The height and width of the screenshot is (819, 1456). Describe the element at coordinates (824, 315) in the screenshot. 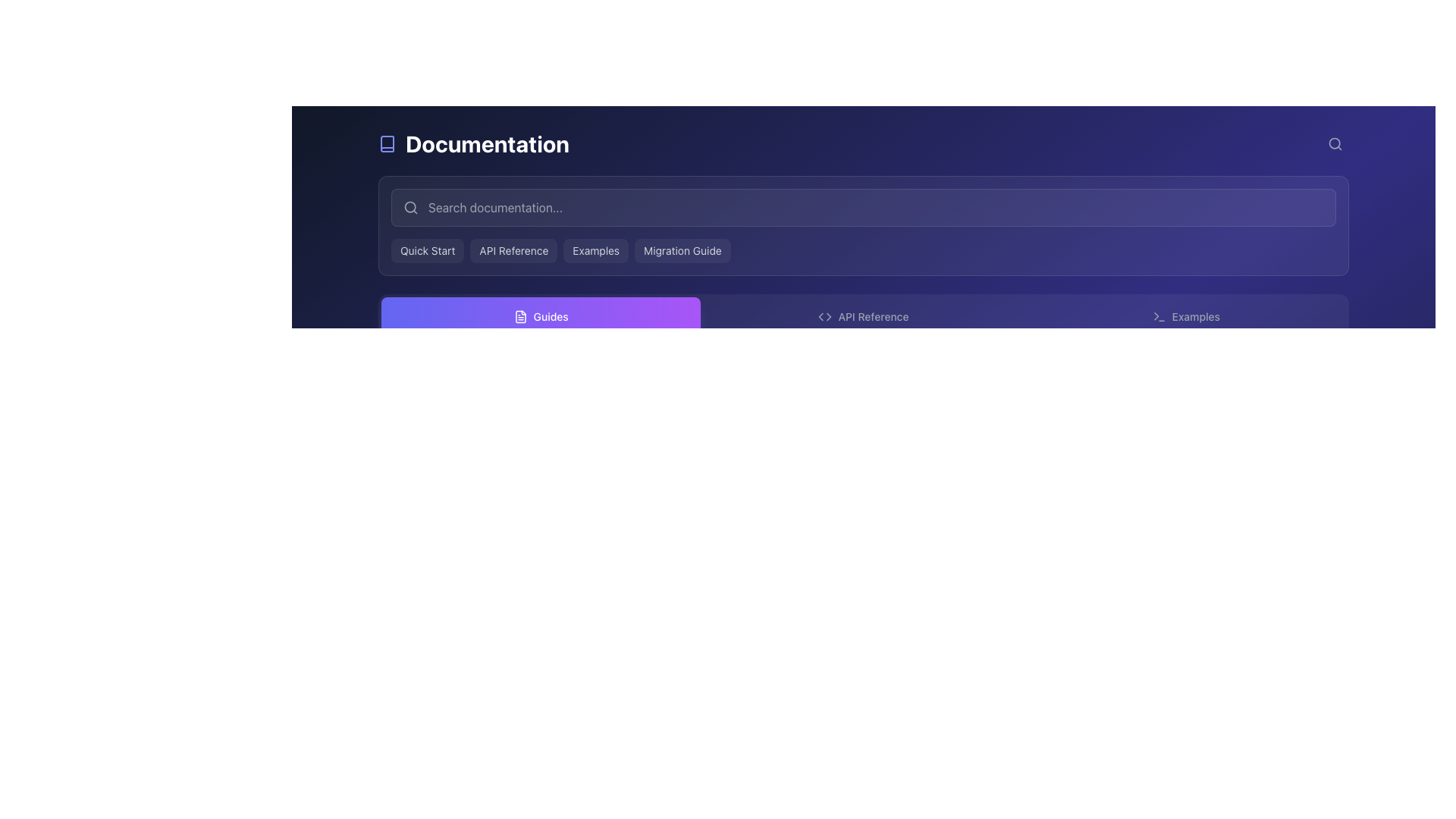

I see `the static icon located to the left of the 'API Reference' text label in the navigation bar under the 'Documentation' section` at that location.